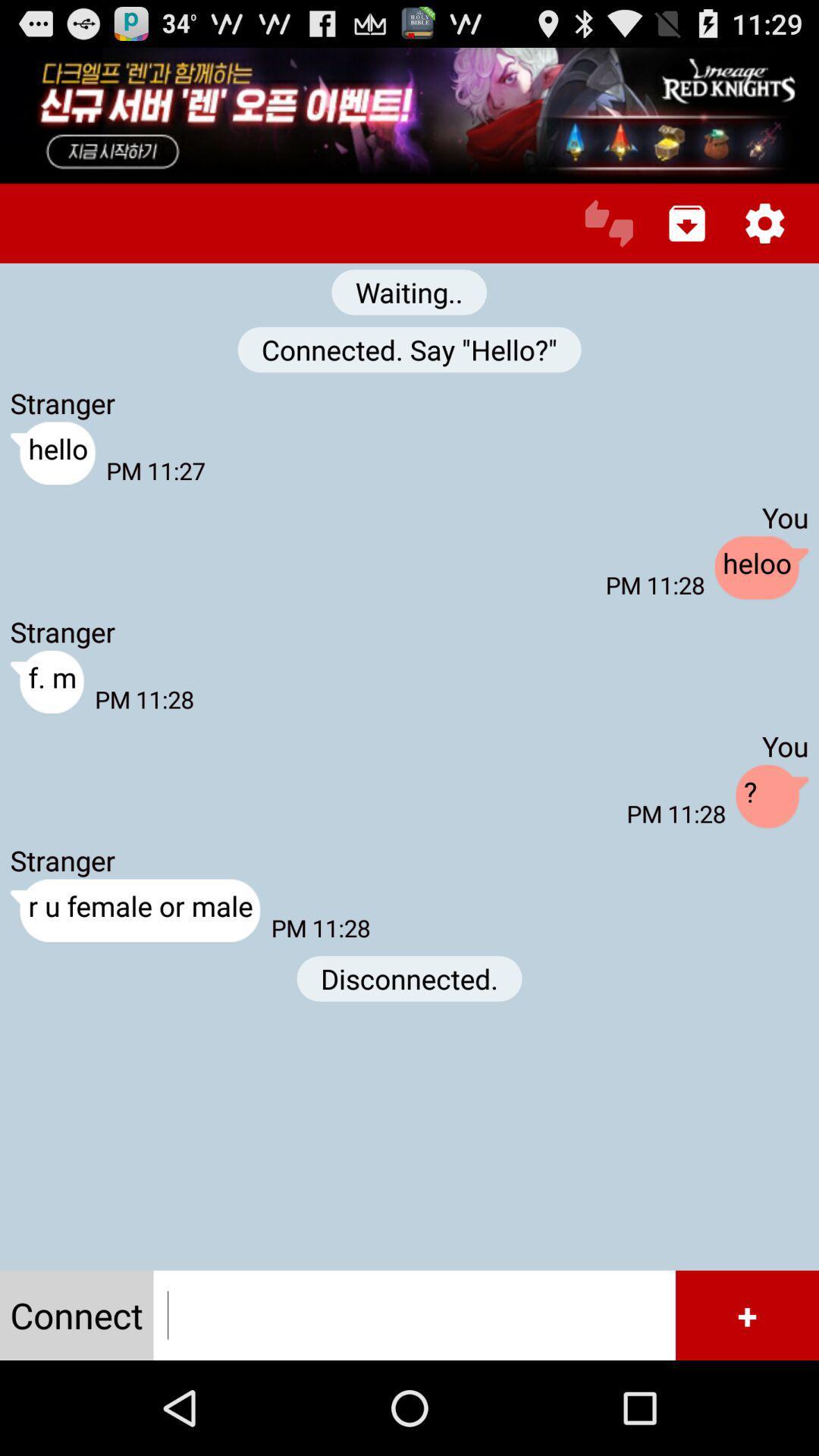  I want to click on input a contact to connect with, so click(414, 1314).